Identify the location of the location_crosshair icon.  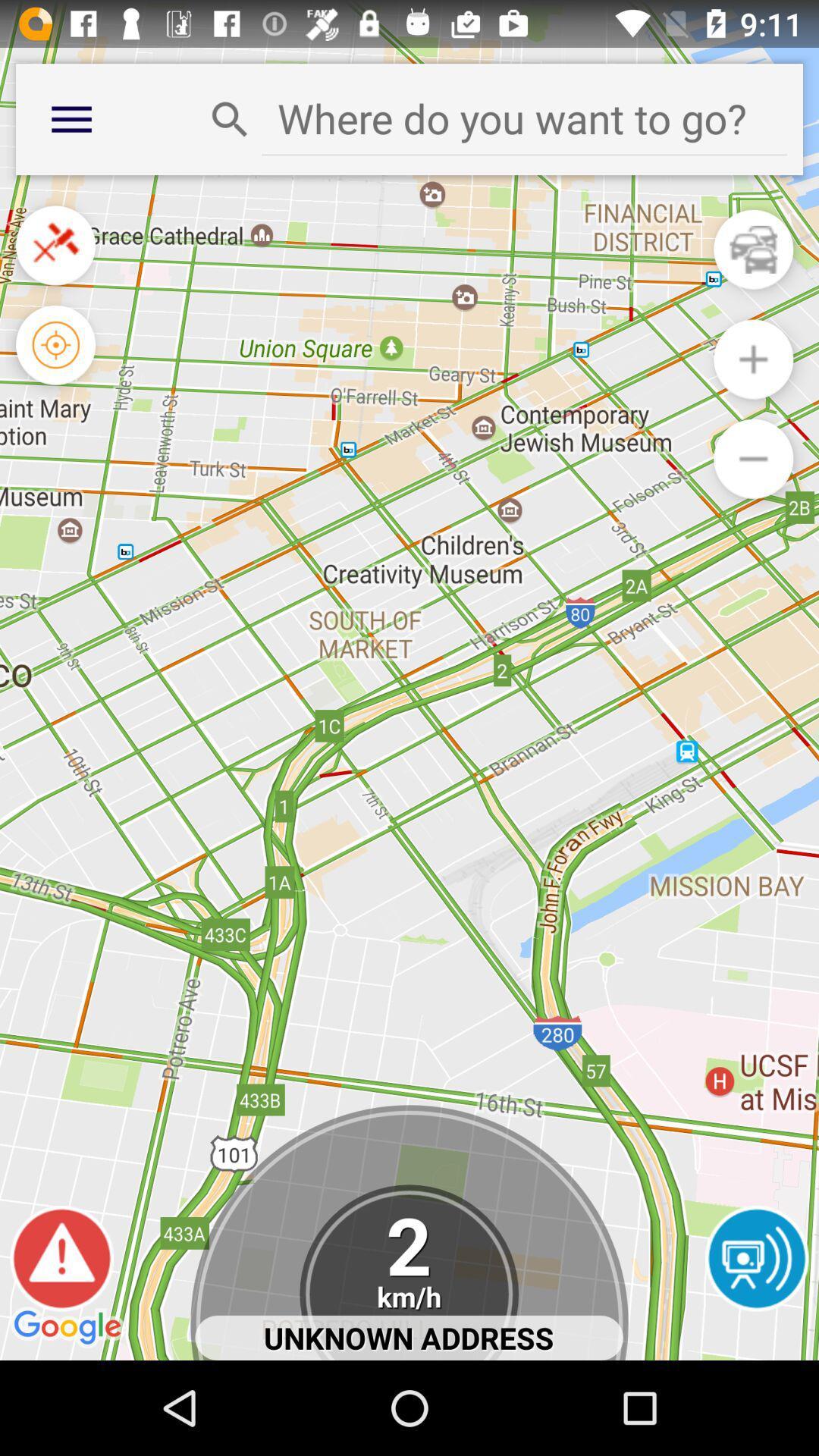
(55, 369).